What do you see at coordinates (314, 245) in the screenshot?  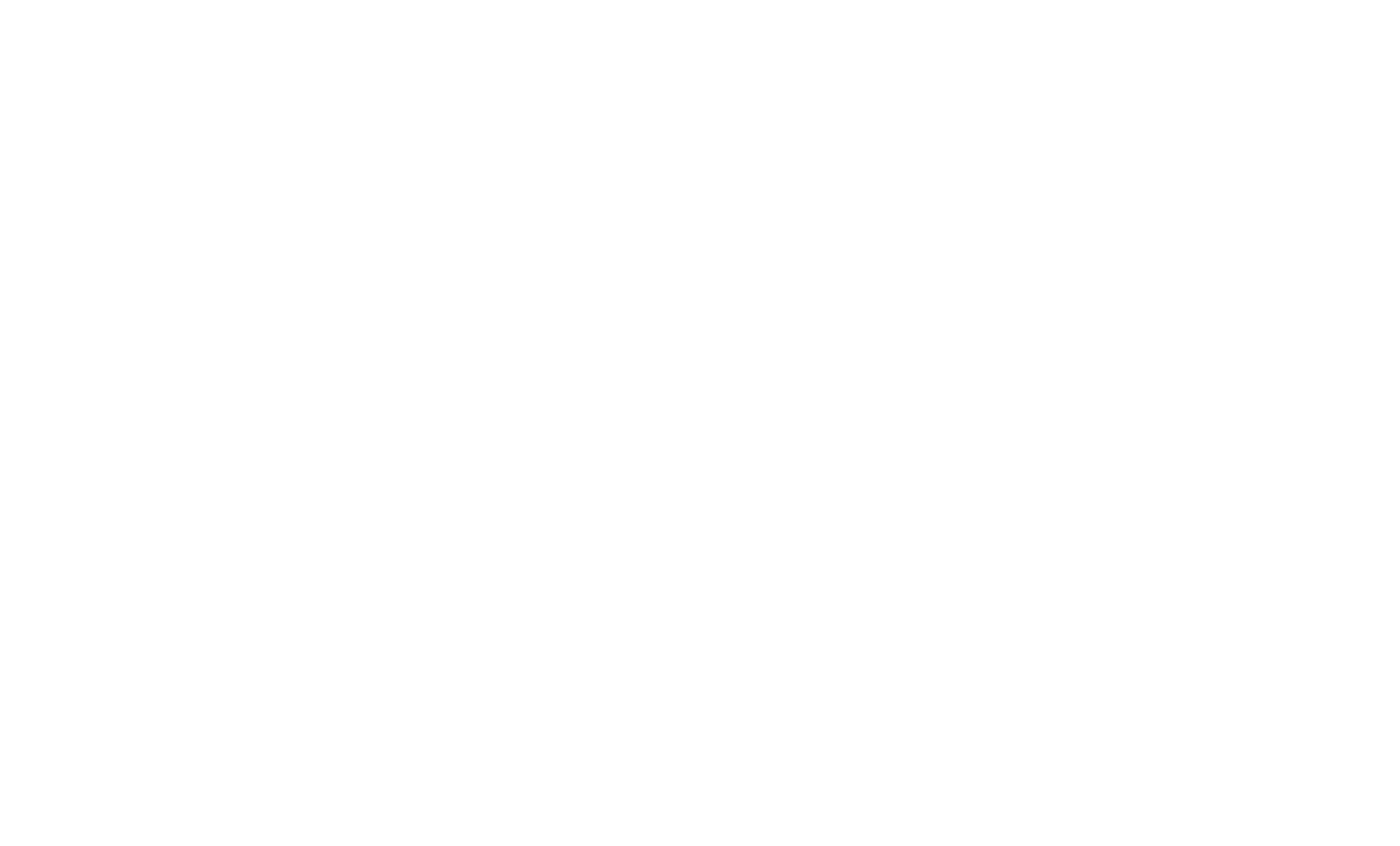 I see `'iPhone 6 Plus'` at bounding box center [314, 245].